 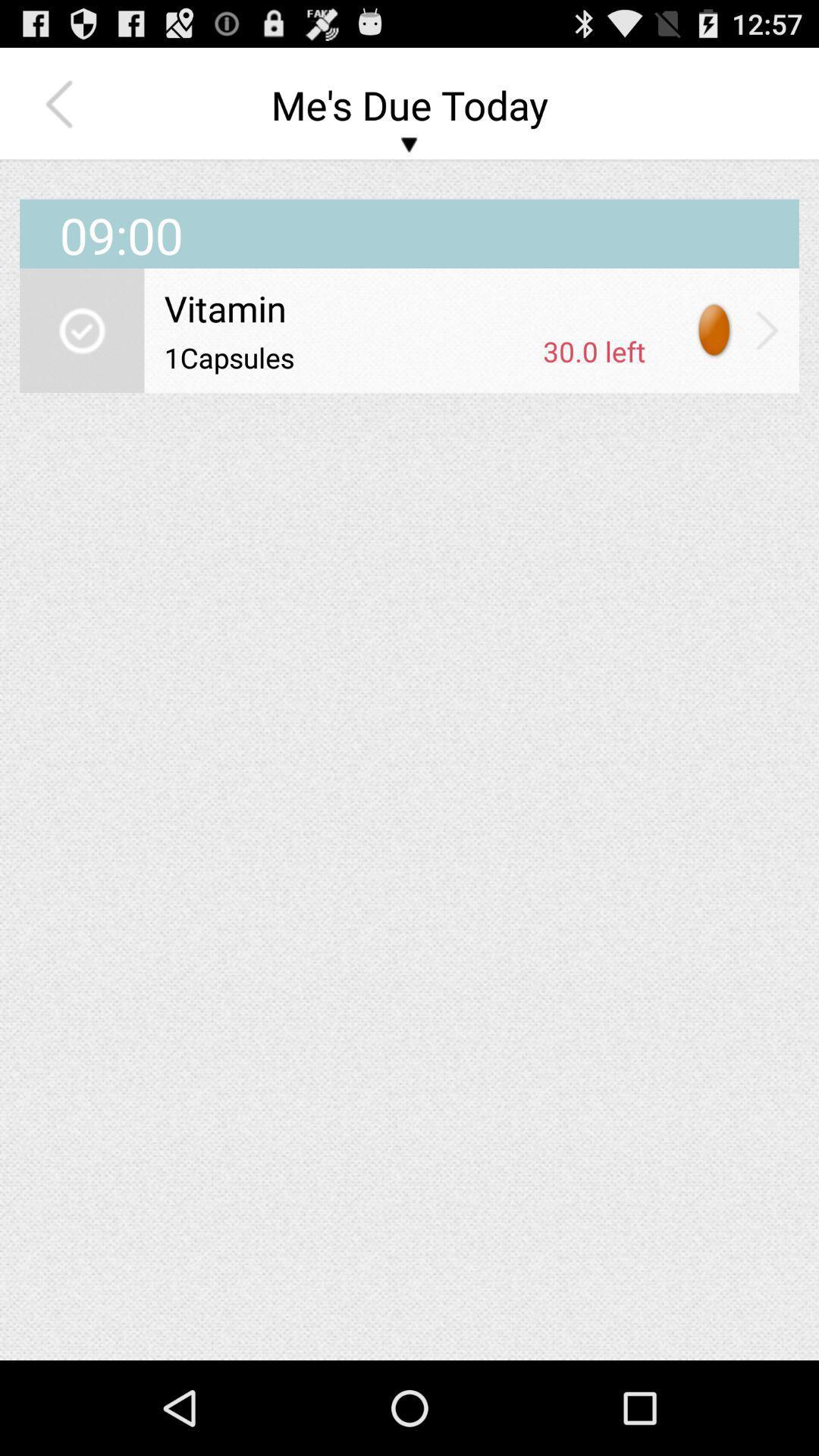 What do you see at coordinates (62, 111) in the screenshot?
I see `the arrow_backward icon` at bounding box center [62, 111].